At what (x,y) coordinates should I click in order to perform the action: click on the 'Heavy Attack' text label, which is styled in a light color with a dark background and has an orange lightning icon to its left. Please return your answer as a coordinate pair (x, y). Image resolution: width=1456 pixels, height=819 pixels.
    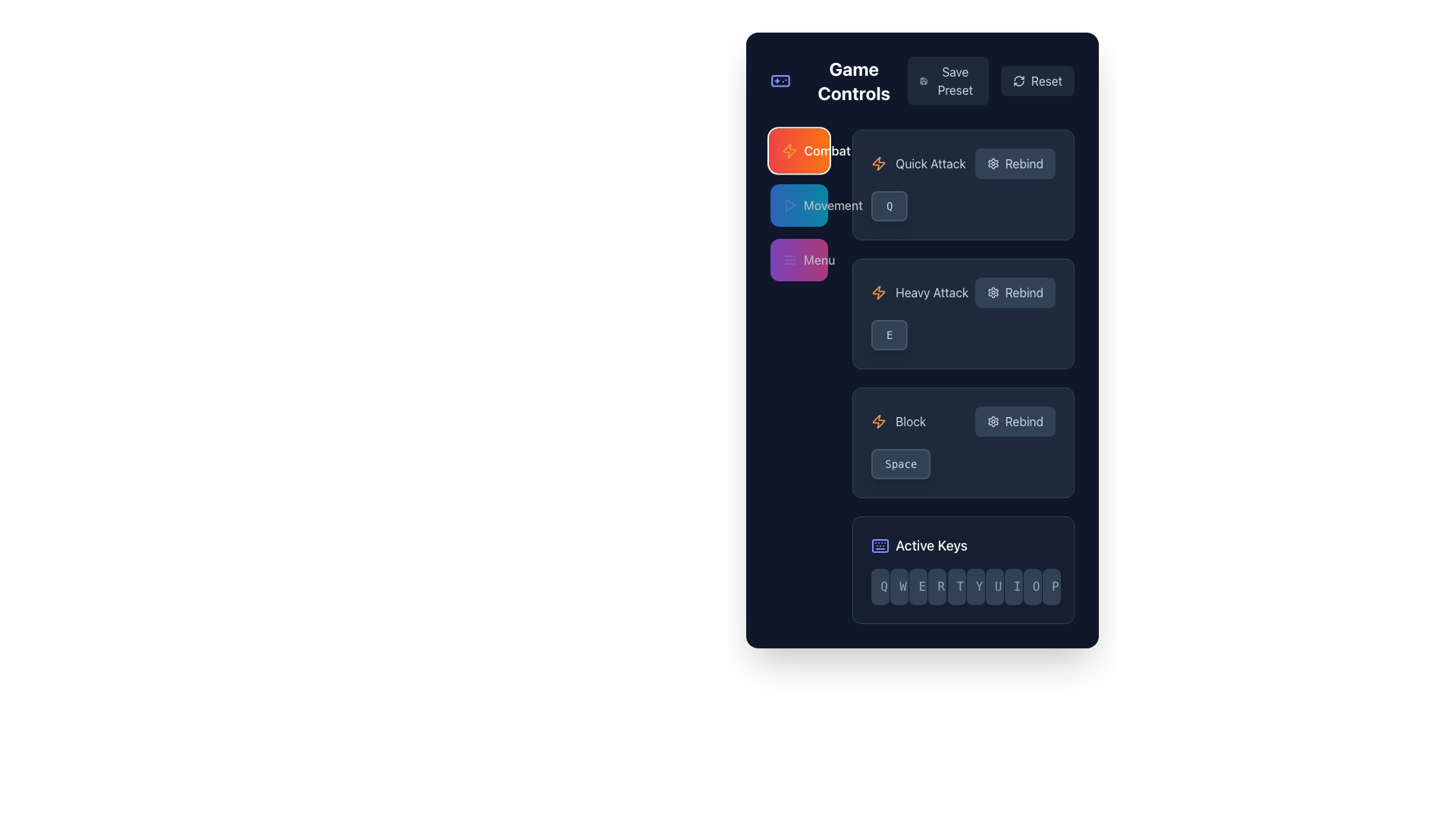
    Looking at the image, I should click on (919, 292).